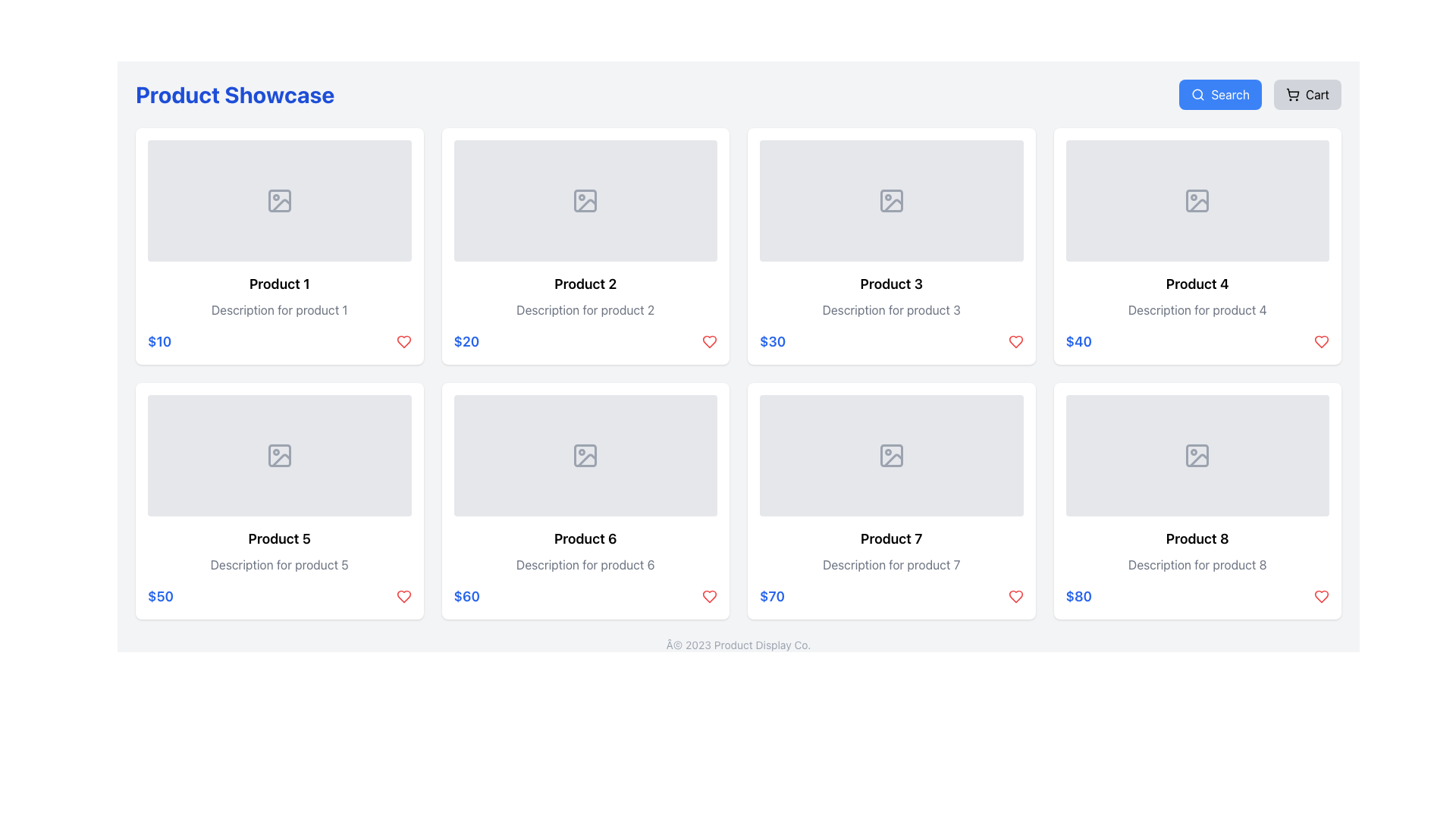 This screenshot has width=1456, height=819. Describe the element at coordinates (891, 200) in the screenshot. I see `the Placeholder Image located in the third position of the first row in the product grid, which serves as a visual placeholder for a product image` at that location.